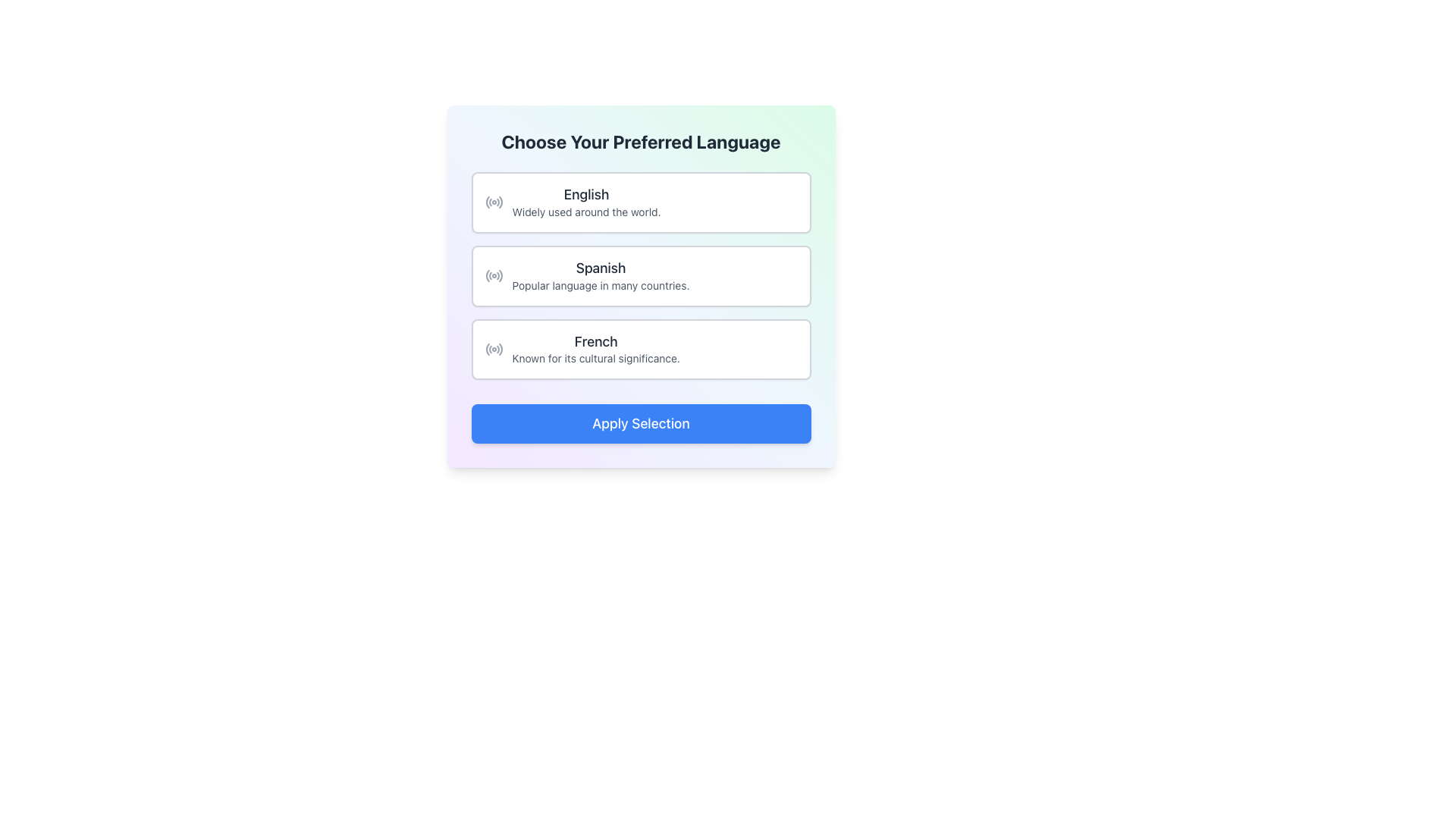 This screenshot has height=819, width=1456. Describe the element at coordinates (595, 341) in the screenshot. I see `the text label element displaying 'French', which is styled with a larger font size and bold lettering, located above the subtitle 'Known for its cultural significance'` at that location.